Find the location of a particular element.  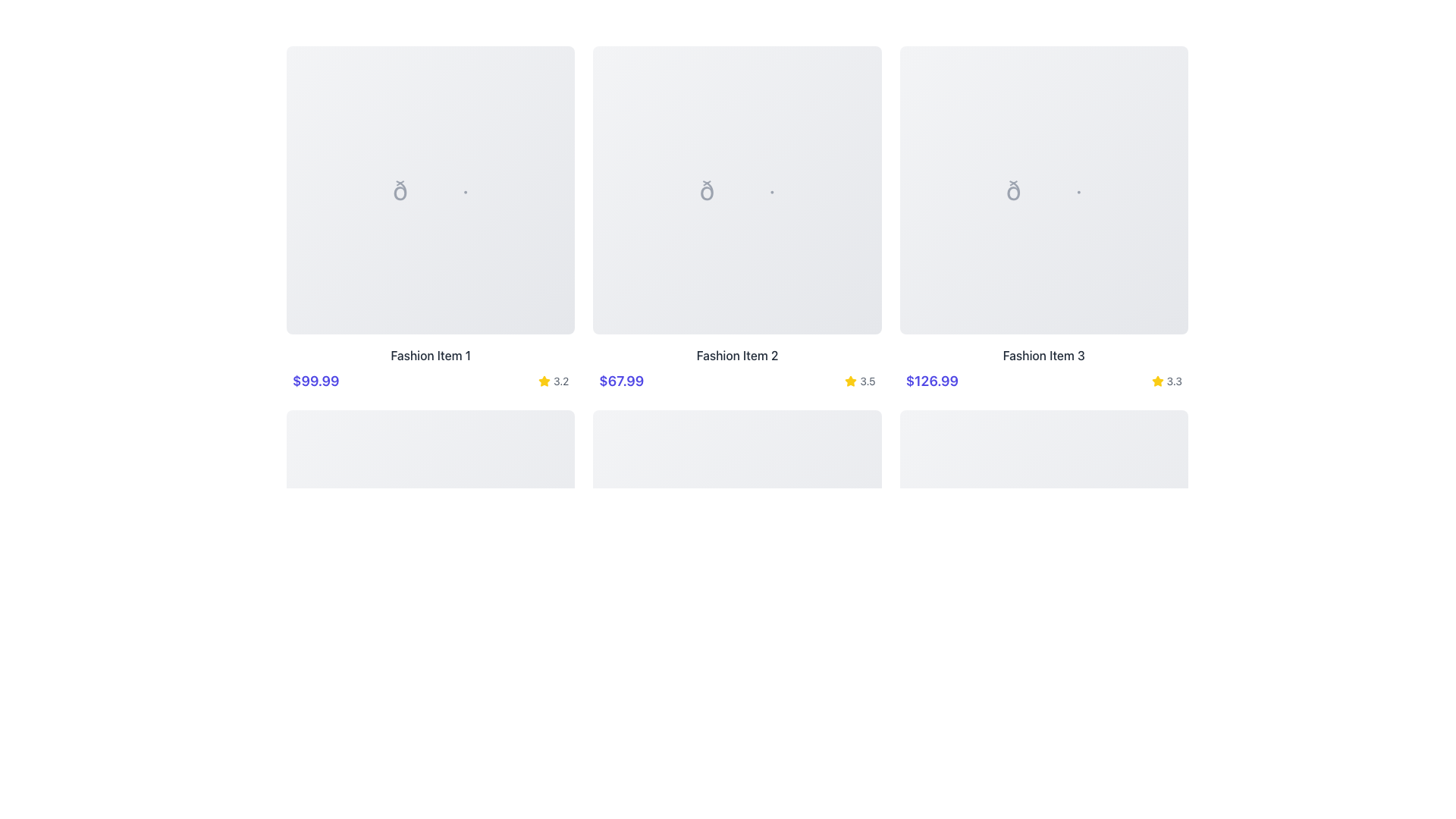

the navigation button located at the far-right end of the pagination controls to advance to the next page is located at coordinates (820, 793).